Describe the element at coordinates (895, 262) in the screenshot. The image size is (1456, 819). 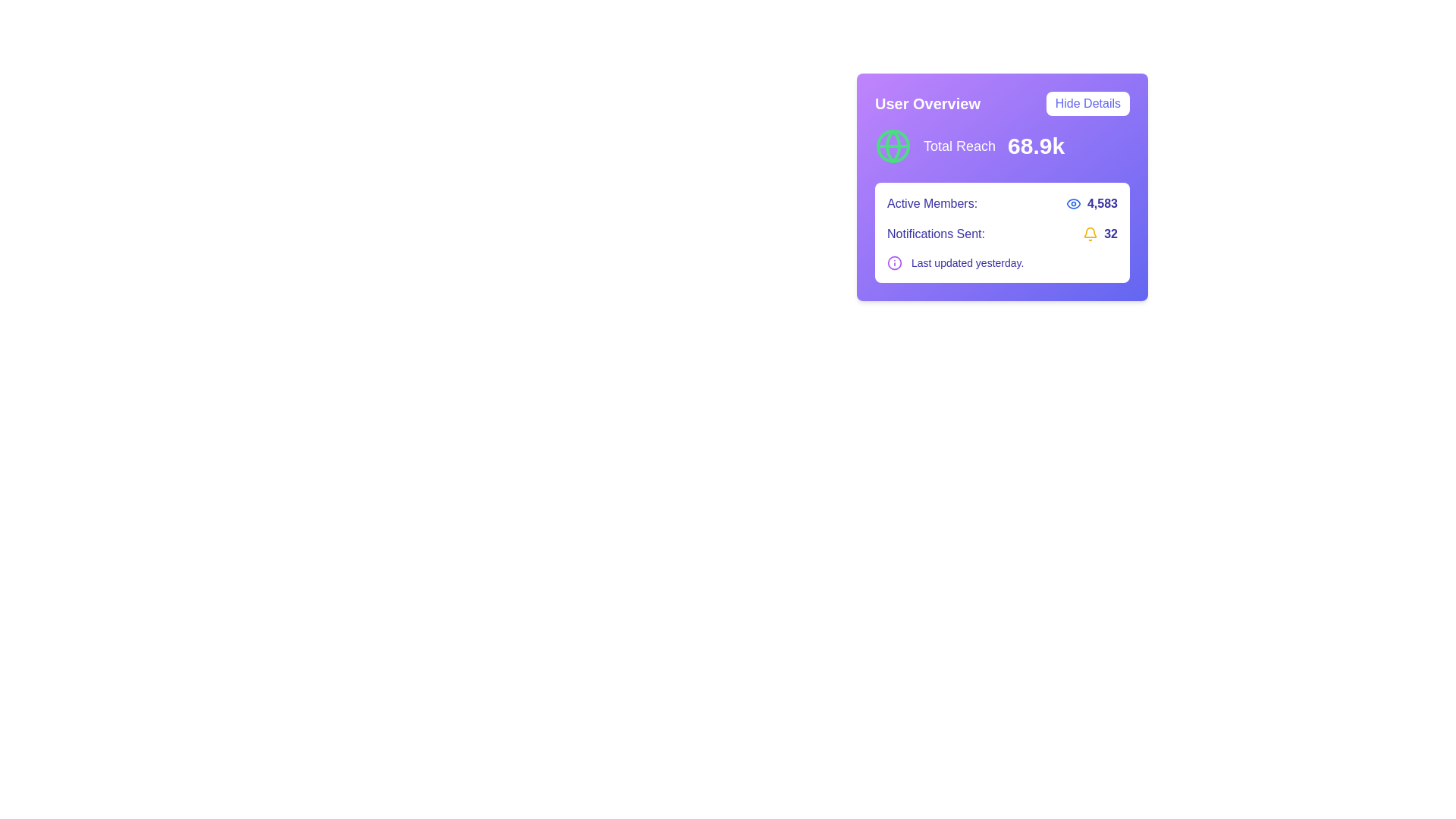
I see `the circular element with a purple border that forms part of the informational icon located in the top-right corner of the 'User Overview' card` at that location.